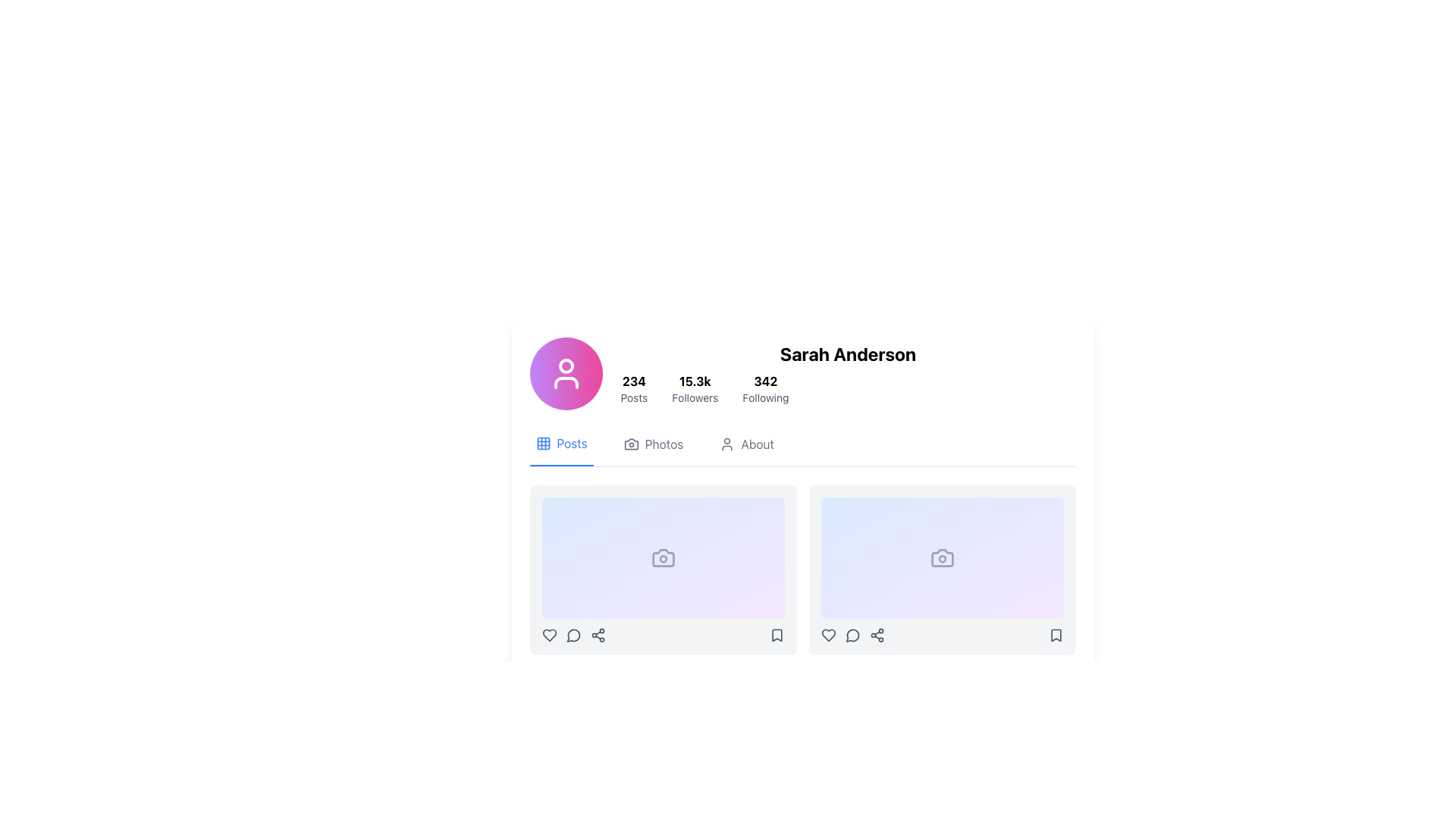  Describe the element at coordinates (634, 380) in the screenshot. I see `numerical count of posts displayed in the text label located above the 'Posts' label on the user's profile` at that location.